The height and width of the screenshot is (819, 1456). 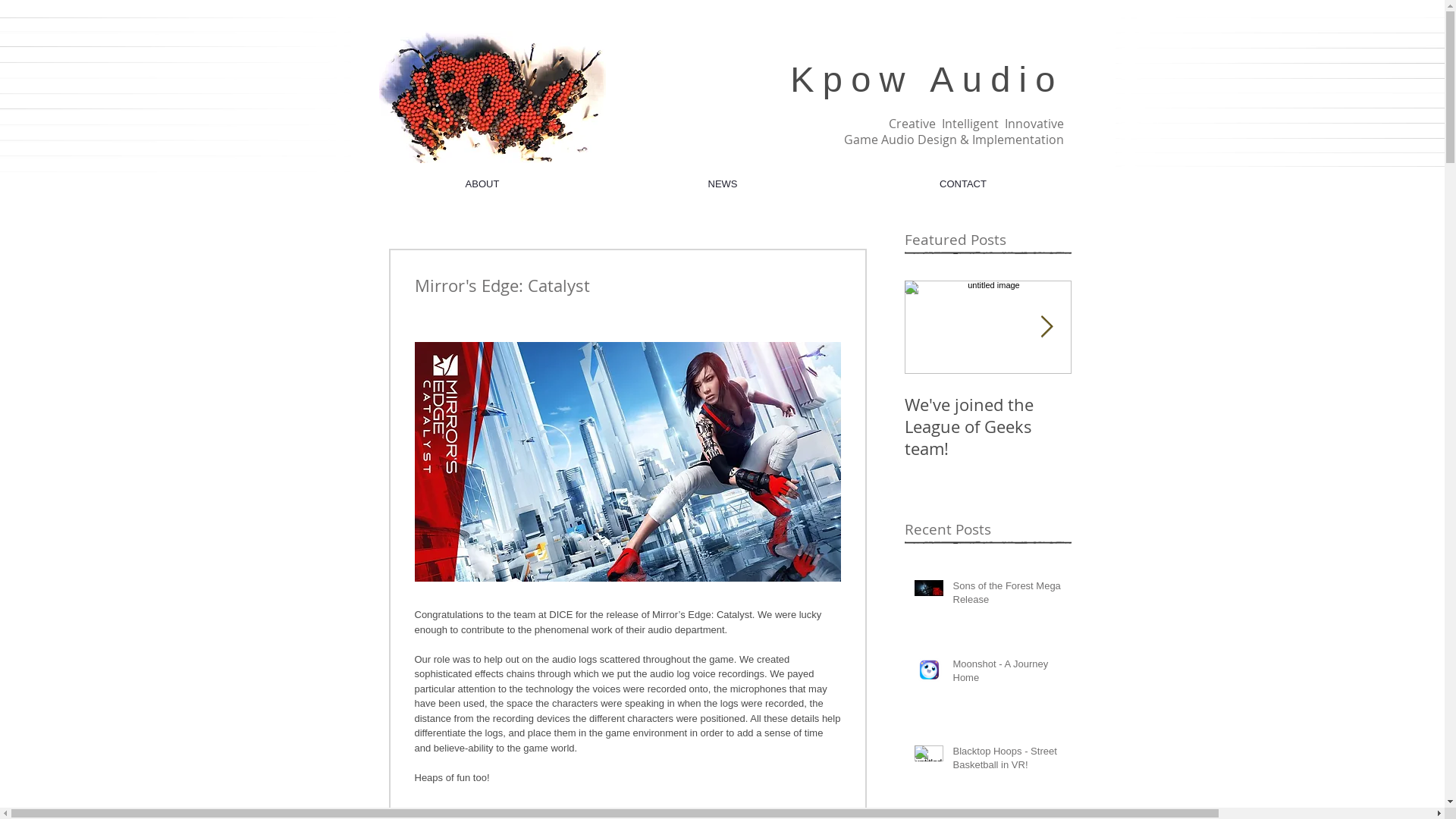 What do you see at coordinates (1007, 673) in the screenshot?
I see `'Moonshot - A Journey Home'` at bounding box center [1007, 673].